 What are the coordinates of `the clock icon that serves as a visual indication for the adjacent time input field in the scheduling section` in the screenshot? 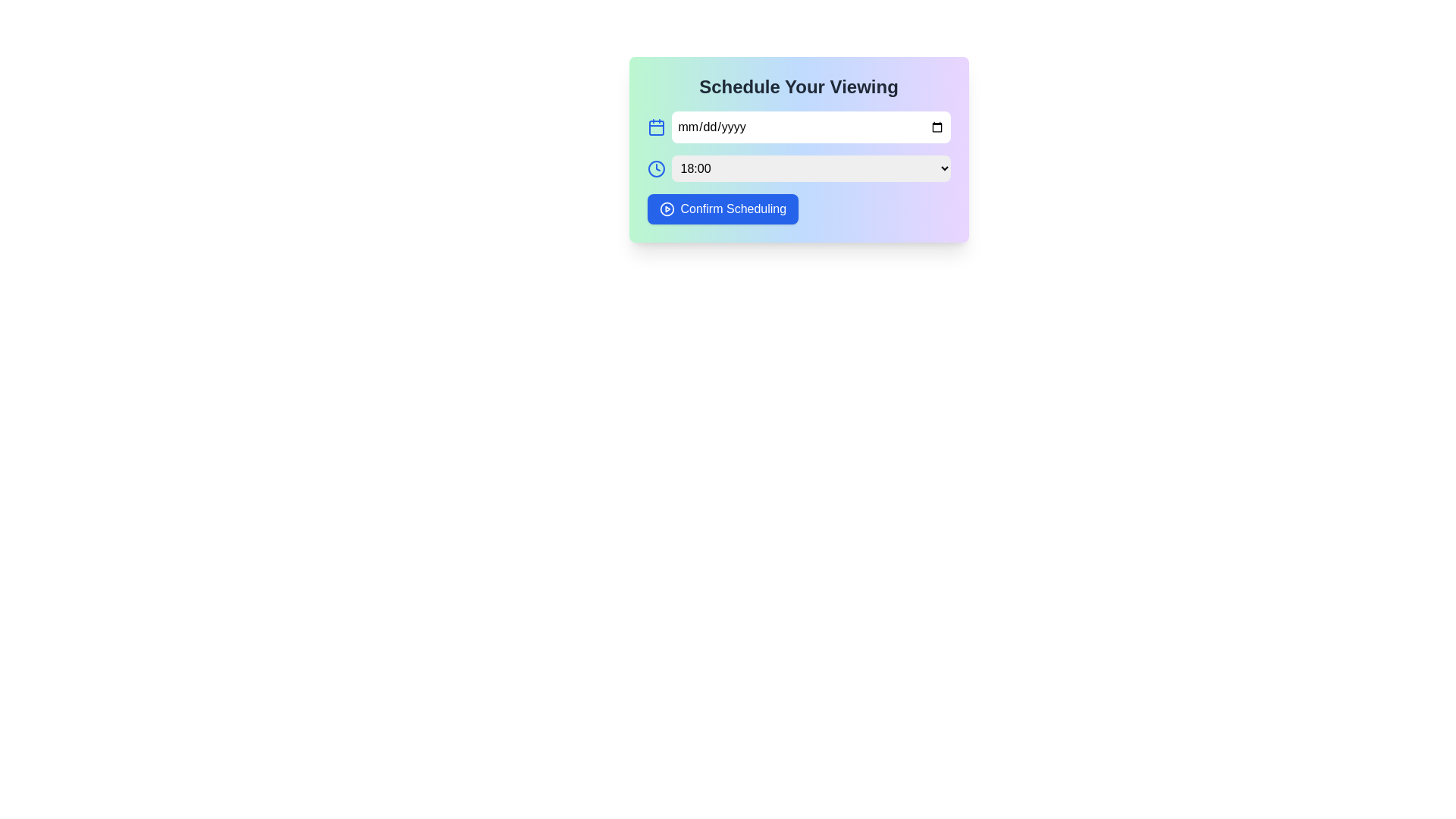 It's located at (656, 168).